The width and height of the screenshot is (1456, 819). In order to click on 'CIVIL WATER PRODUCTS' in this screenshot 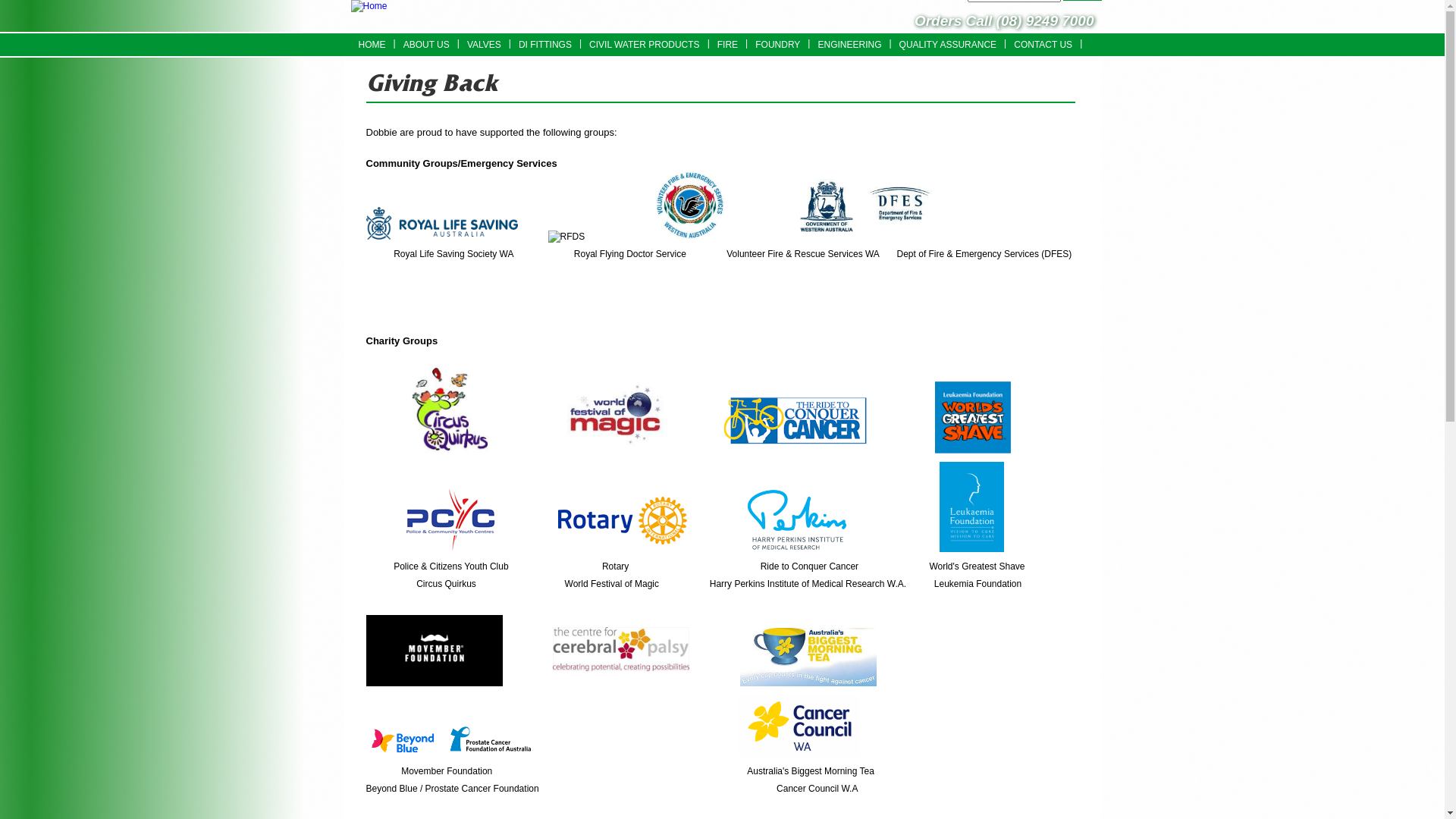, I will do `click(644, 44)`.